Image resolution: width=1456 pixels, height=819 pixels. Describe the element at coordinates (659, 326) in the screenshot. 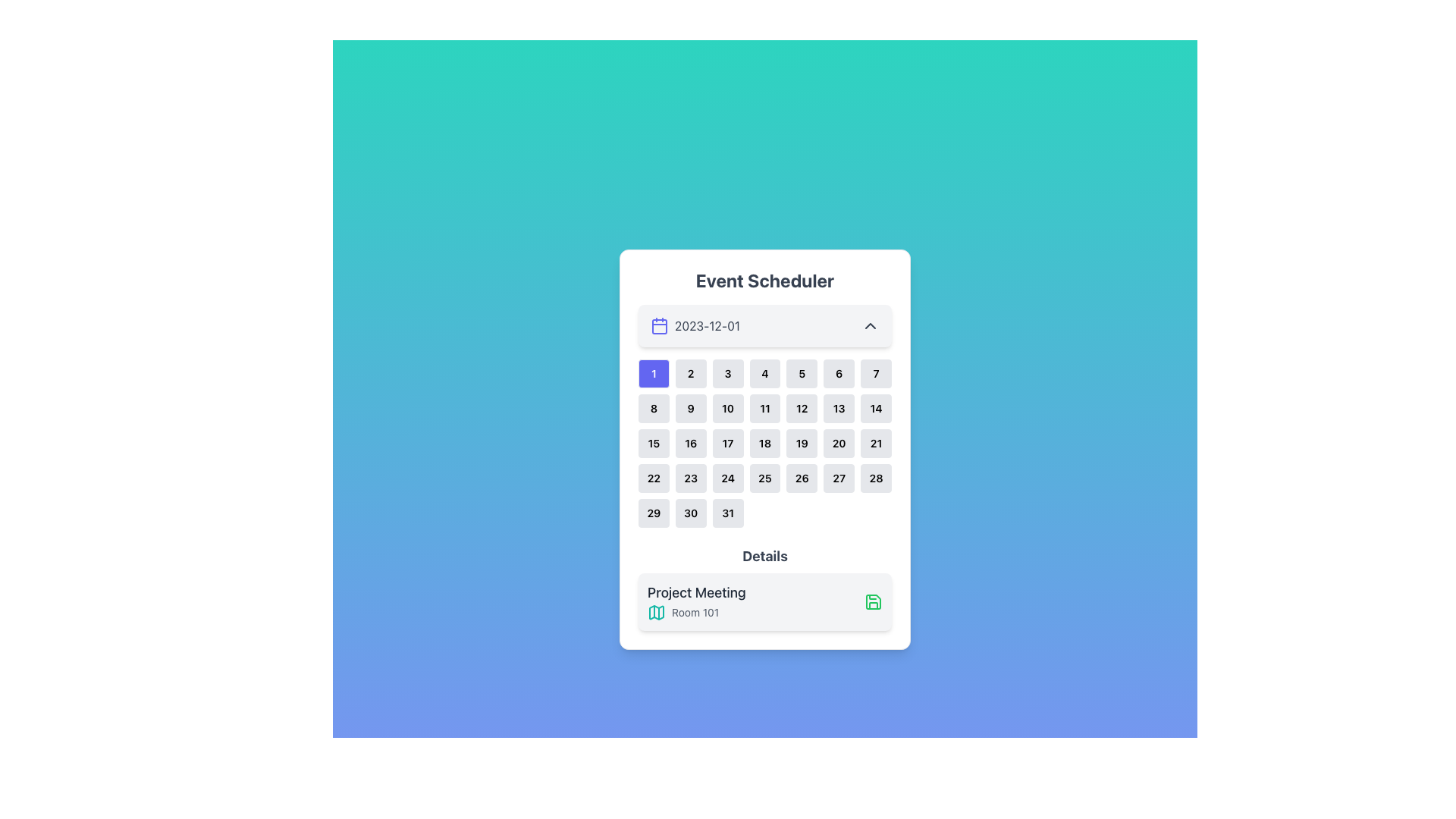

I see `the Graphics component of the calendar icon SVG, which visually represents the calendar's main section and is positioned near the top-left of the icon` at that location.